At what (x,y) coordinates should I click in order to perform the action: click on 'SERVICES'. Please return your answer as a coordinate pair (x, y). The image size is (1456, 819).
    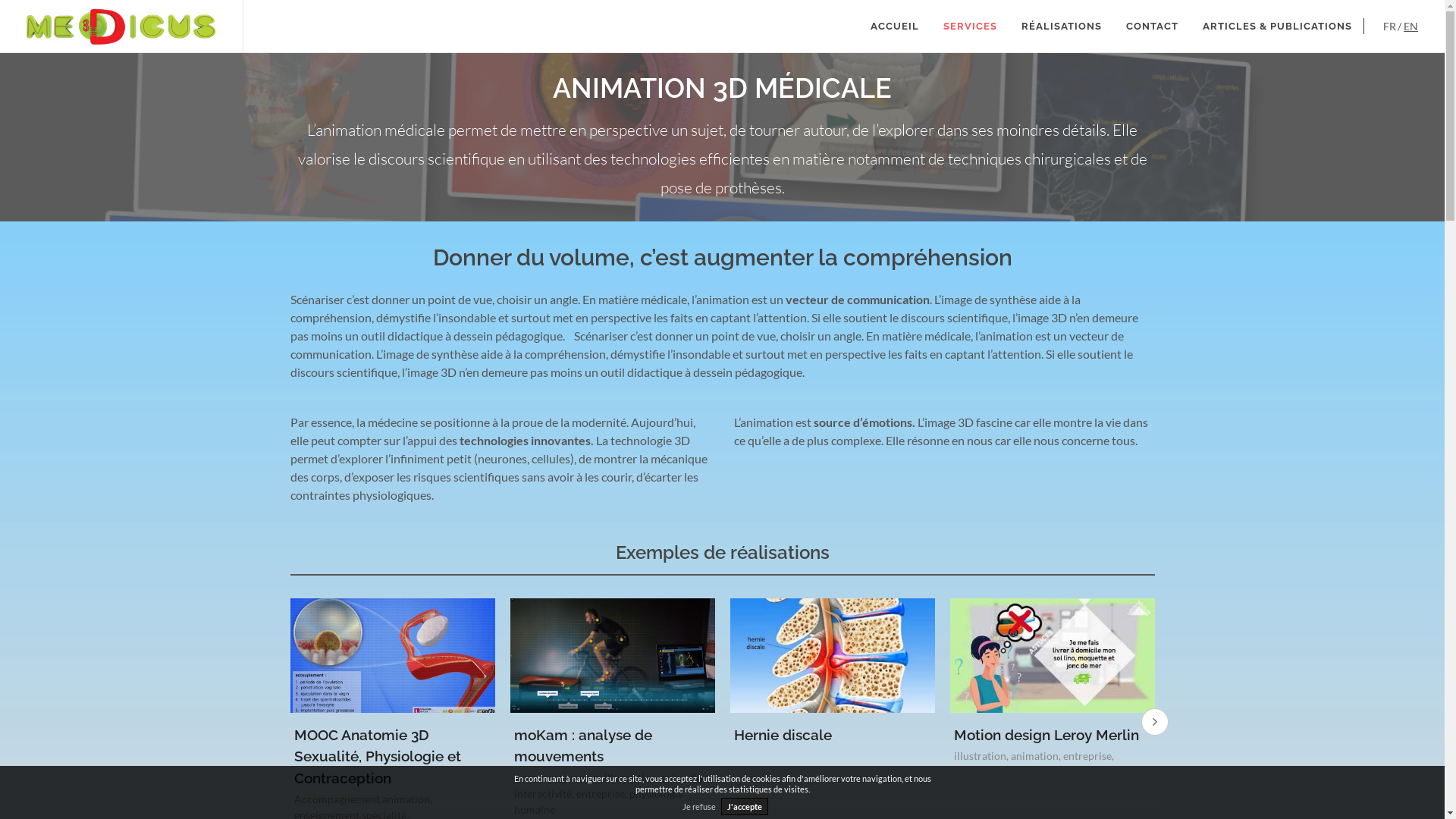
    Looking at the image, I should click on (969, 26).